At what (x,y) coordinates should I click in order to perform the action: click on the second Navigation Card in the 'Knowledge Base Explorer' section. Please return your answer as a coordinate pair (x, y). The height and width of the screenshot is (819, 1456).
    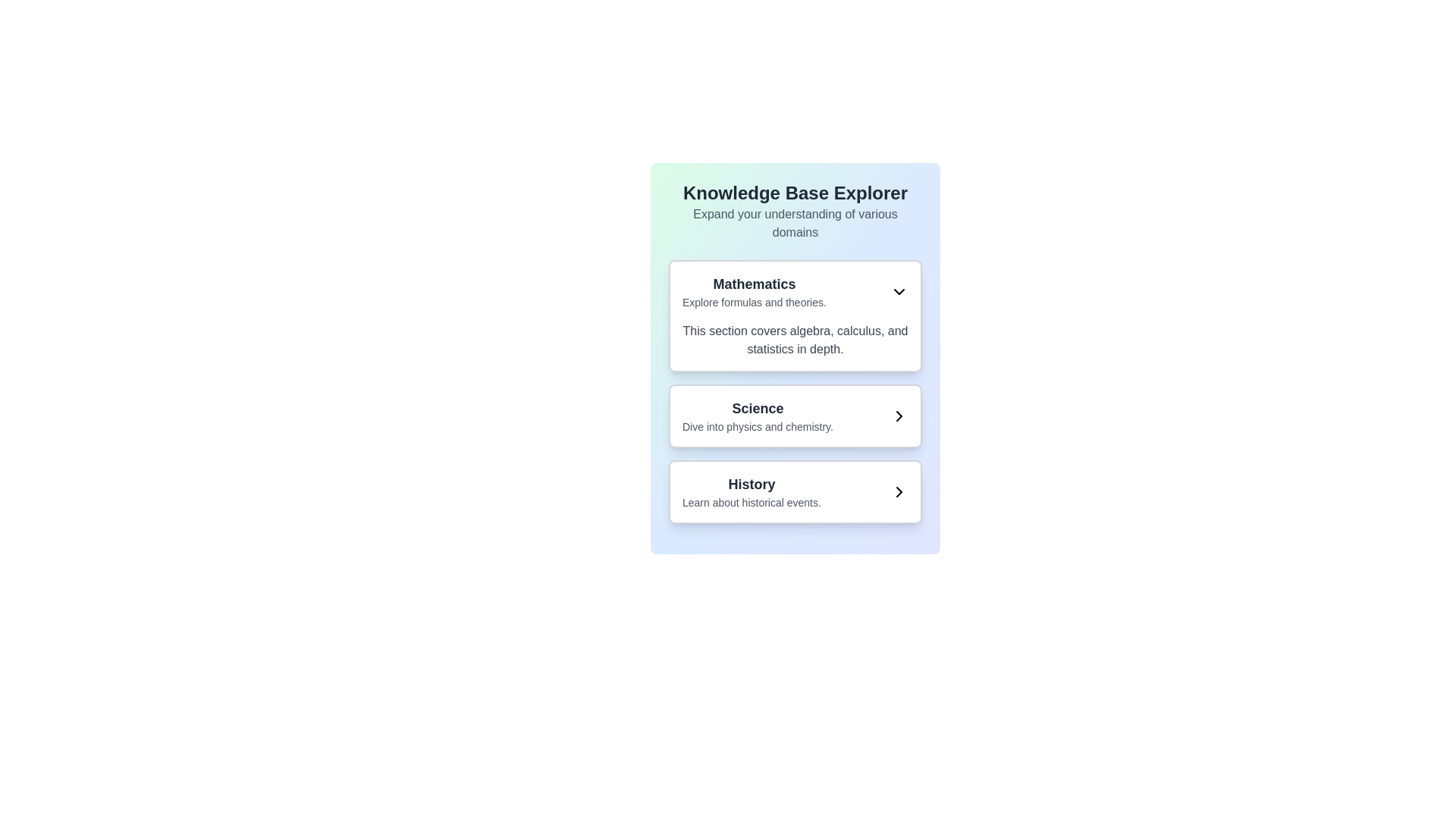
    Looking at the image, I should click on (795, 416).